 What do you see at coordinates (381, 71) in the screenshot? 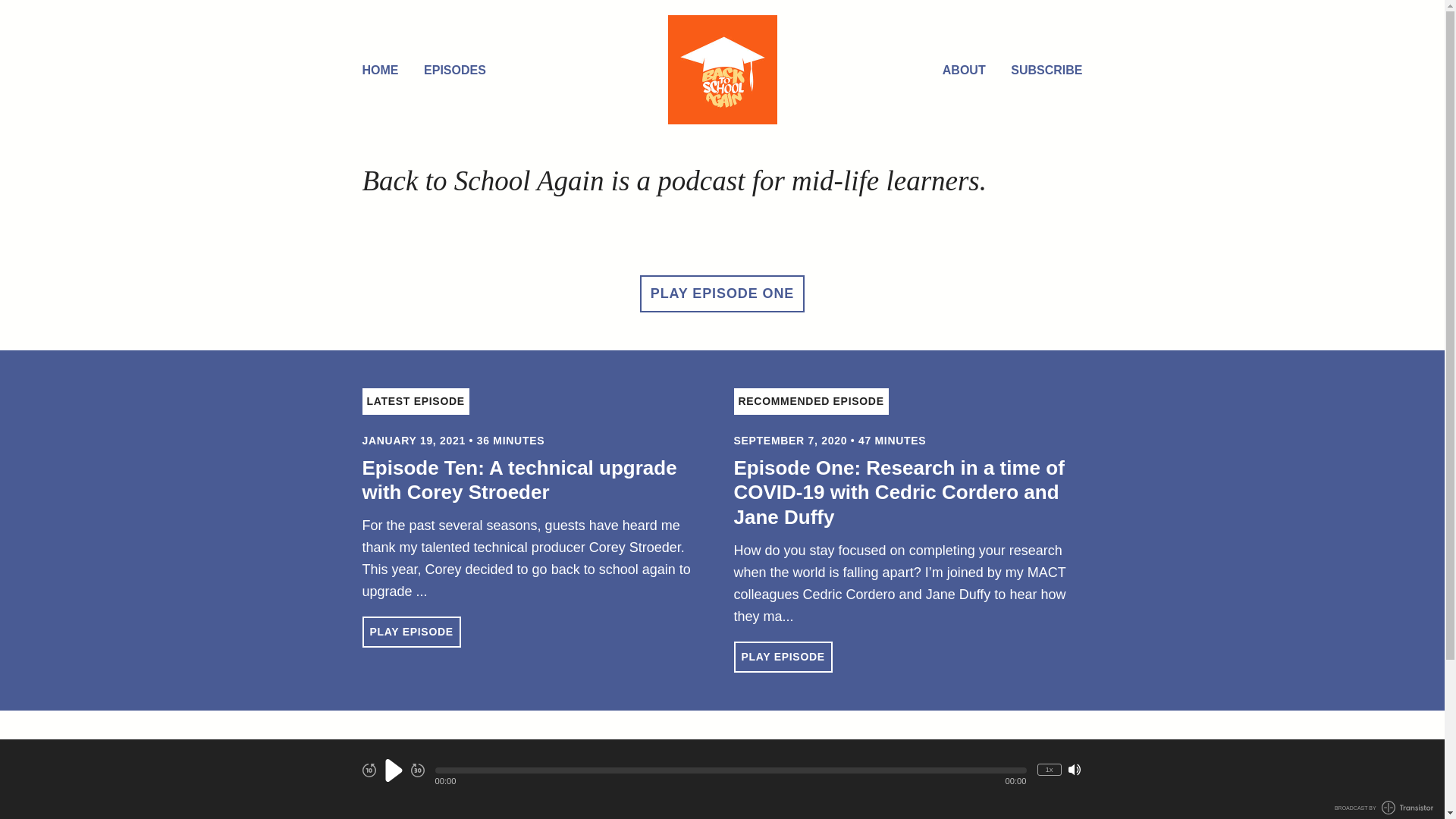
I see `'HOME'` at bounding box center [381, 71].